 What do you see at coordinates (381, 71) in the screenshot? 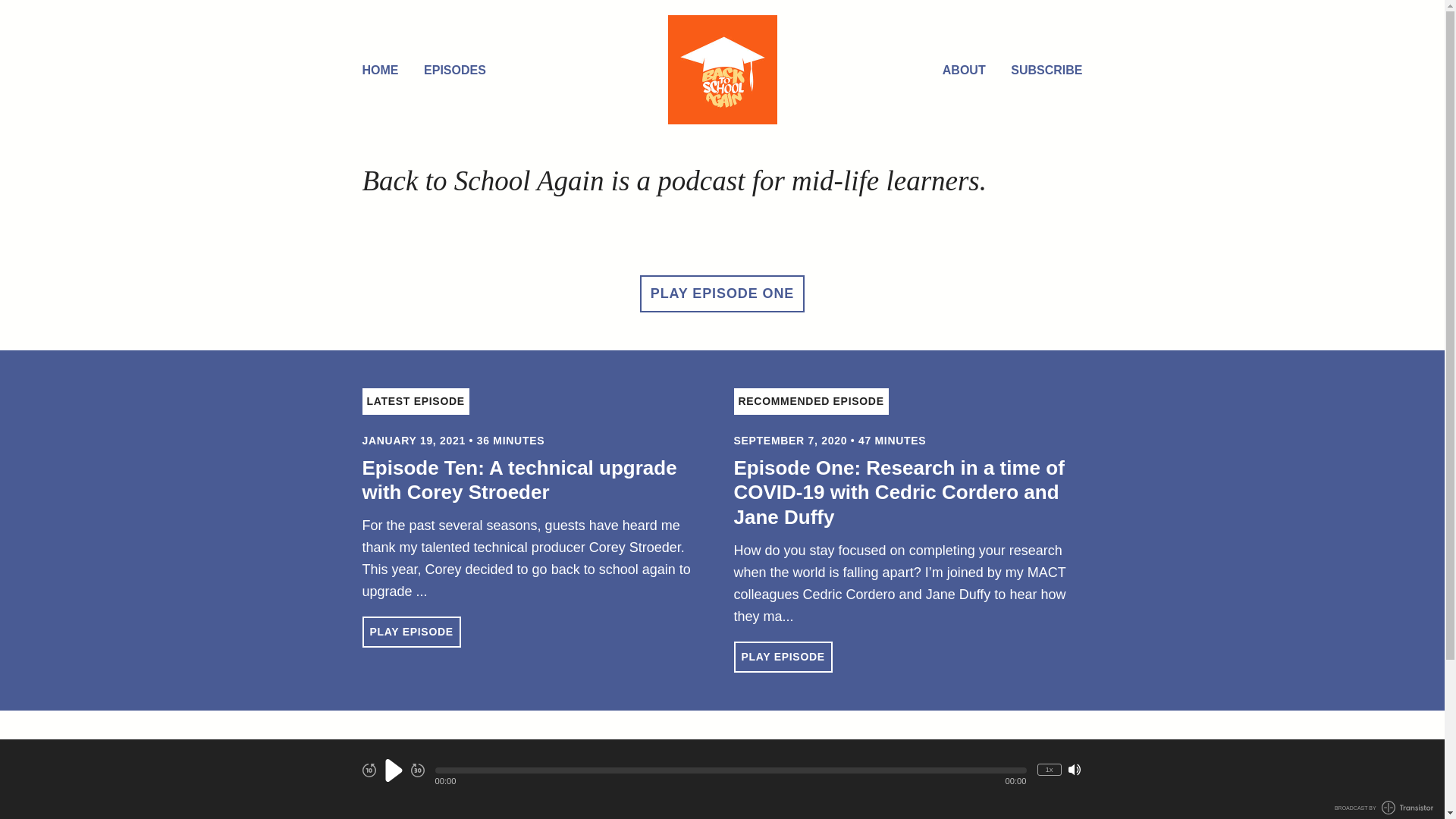
I see `'HOME'` at bounding box center [381, 71].